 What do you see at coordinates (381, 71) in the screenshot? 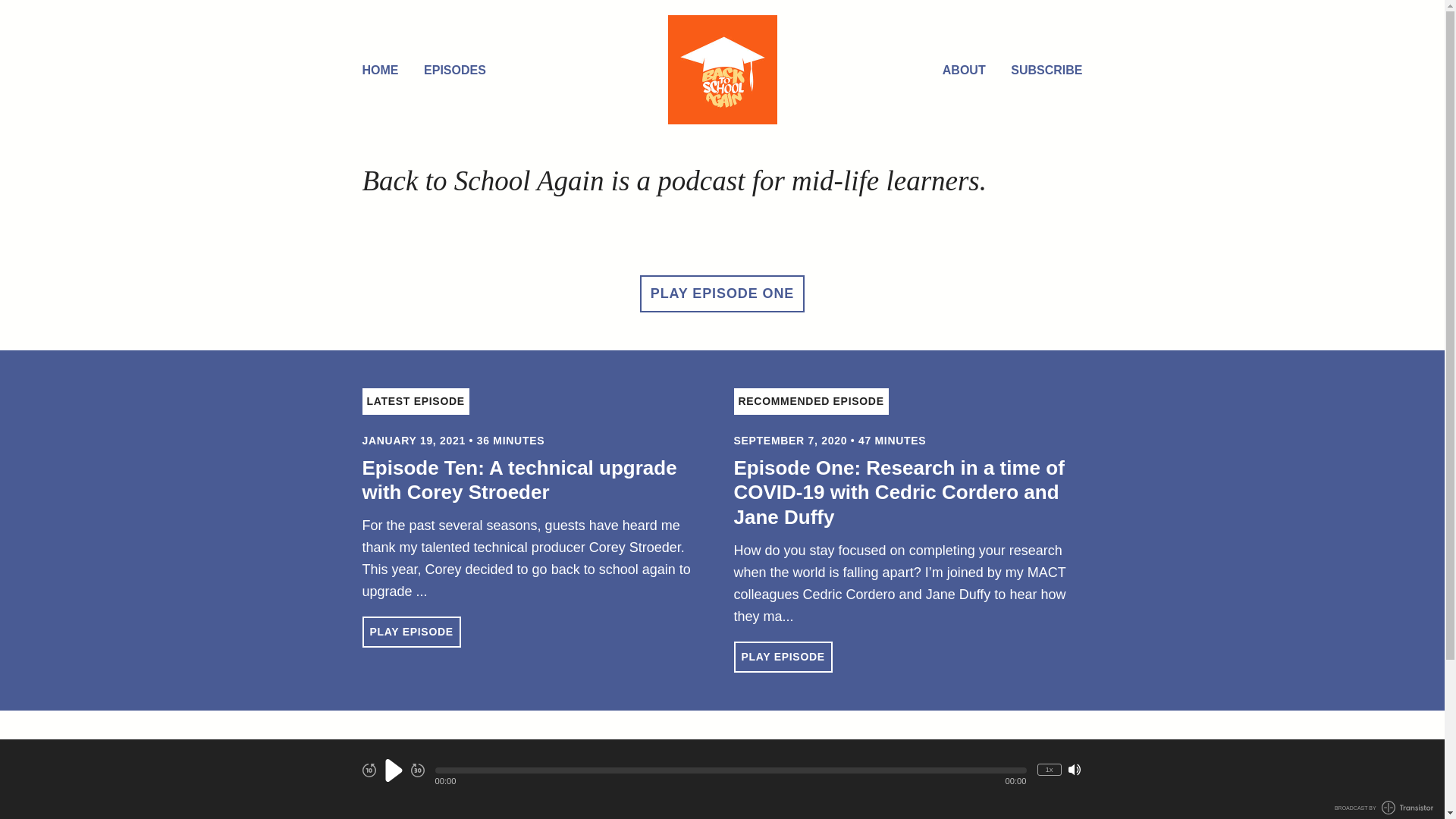
I see `'HOME'` at bounding box center [381, 71].